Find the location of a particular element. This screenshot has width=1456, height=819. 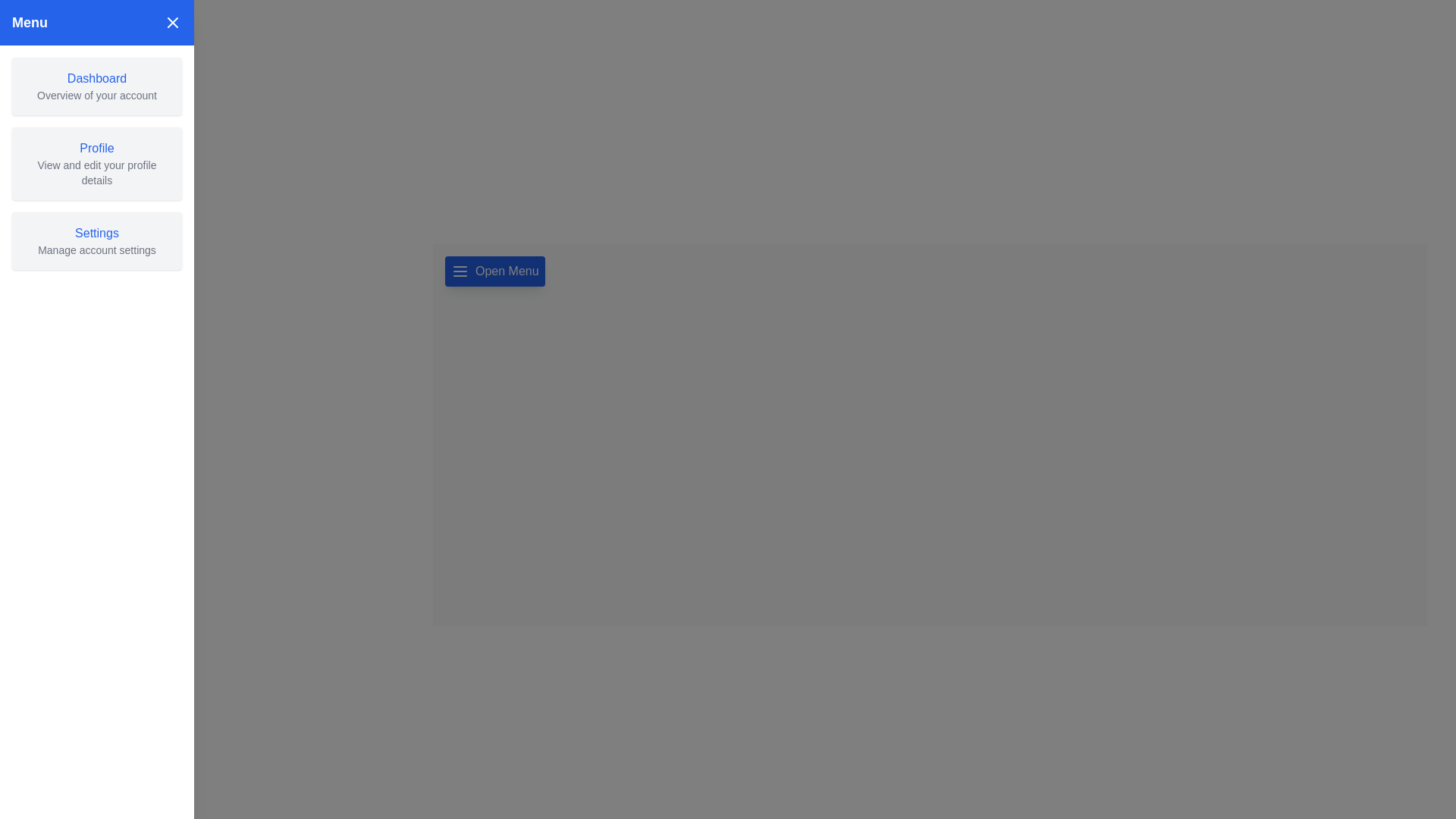

the clickable navigation card or label that serves as a link is located at coordinates (96, 86).